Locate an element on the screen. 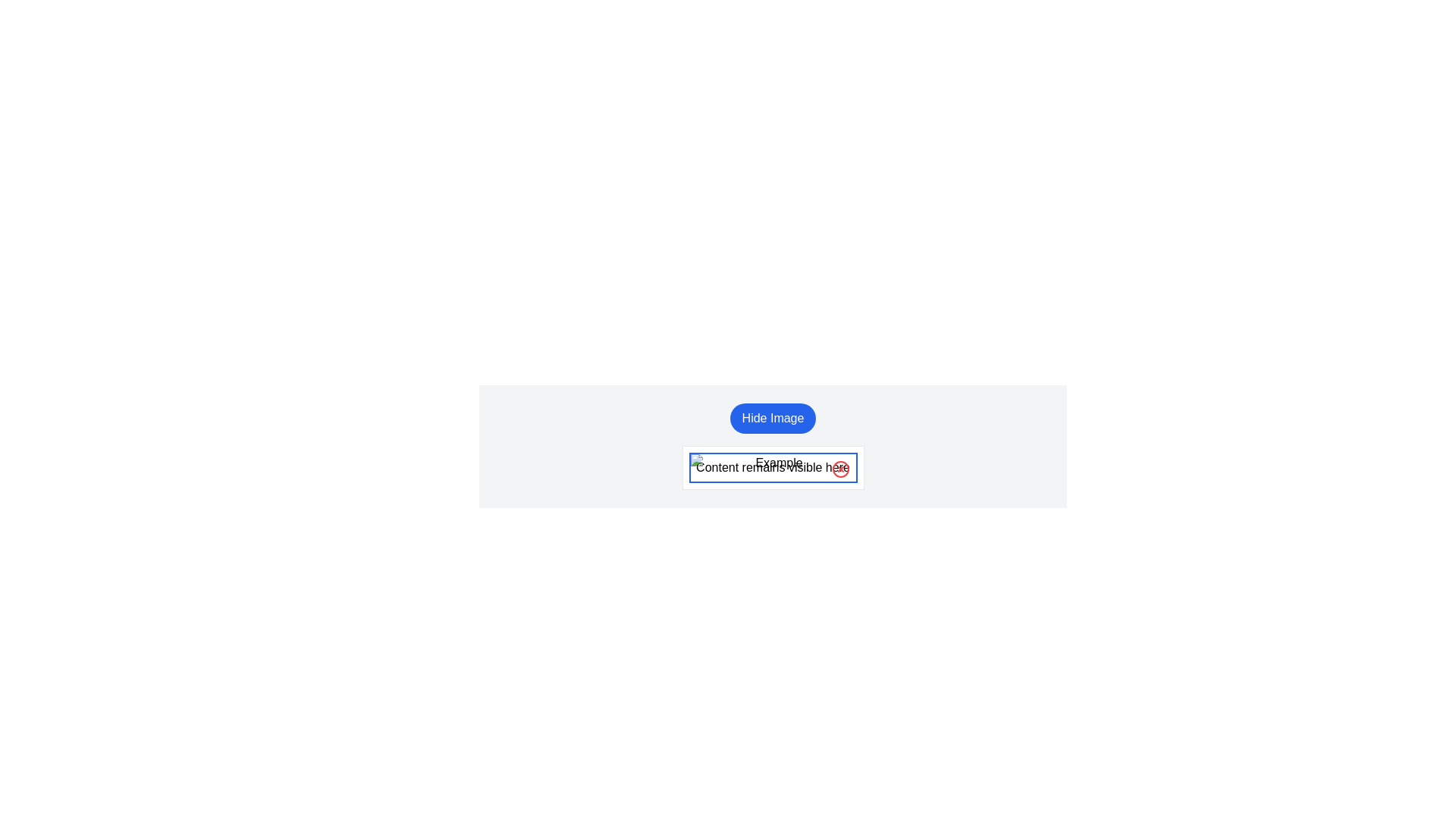 The height and width of the screenshot is (819, 1456). the blue button labeled 'Hide Image' is located at coordinates (773, 418).